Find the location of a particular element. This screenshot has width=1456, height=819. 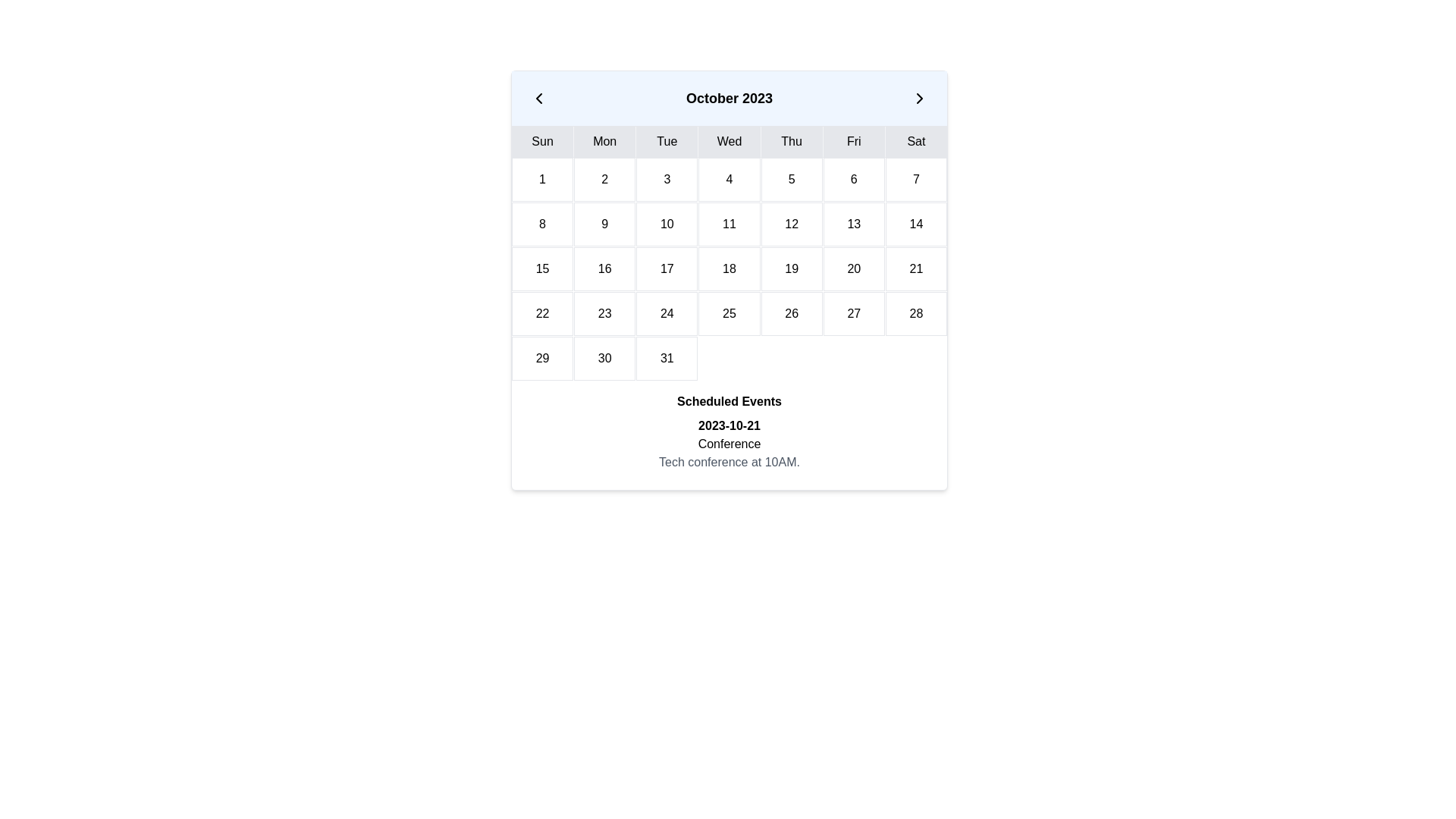

the navigation icon for moving to the next month in the calendar, located at the top-right corner of the calendar header, adjacent to the month and year display (October 2023) is located at coordinates (919, 99).